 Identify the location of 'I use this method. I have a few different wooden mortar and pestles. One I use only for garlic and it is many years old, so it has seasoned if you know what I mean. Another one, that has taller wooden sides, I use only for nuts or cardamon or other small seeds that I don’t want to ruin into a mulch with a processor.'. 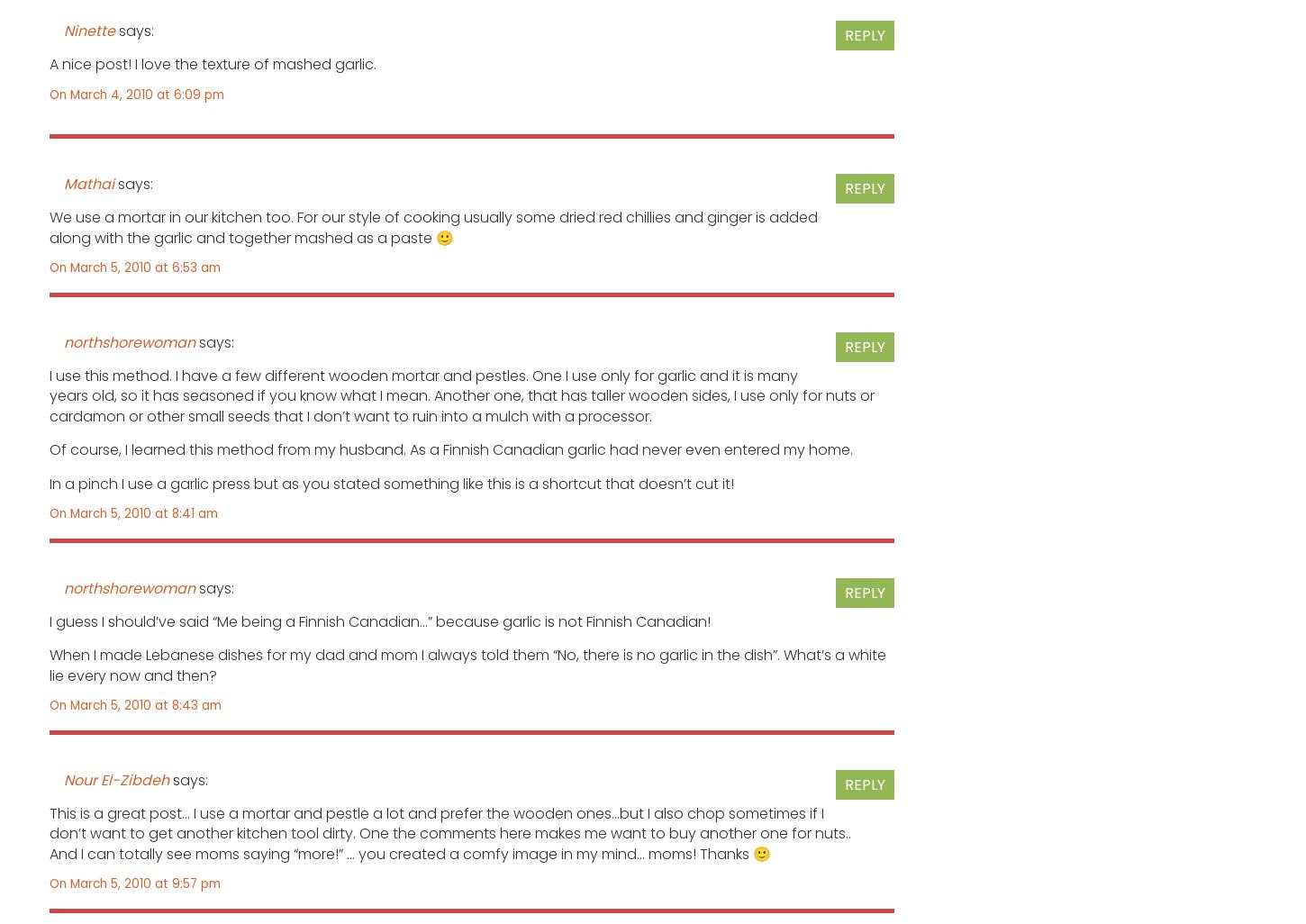
(462, 395).